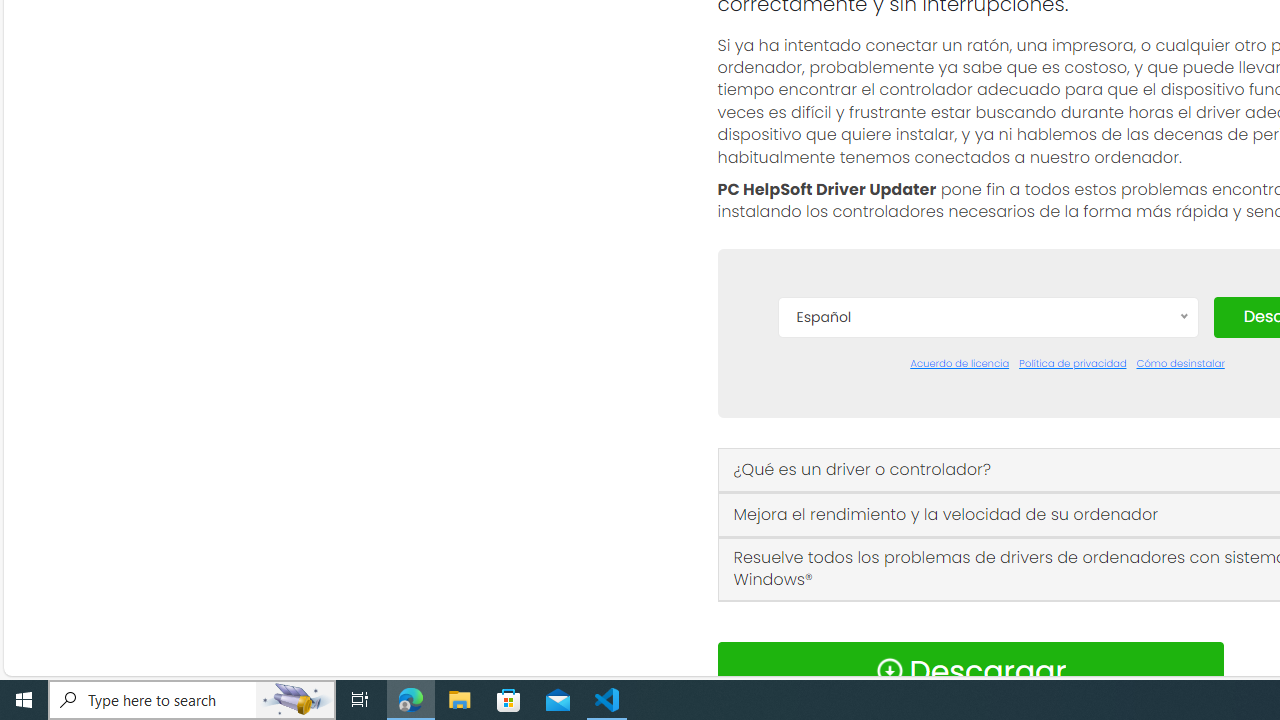 This screenshot has width=1280, height=720. Describe the element at coordinates (960, 363) in the screenshot. I see `'Acuerdo de licencia'` at that location.